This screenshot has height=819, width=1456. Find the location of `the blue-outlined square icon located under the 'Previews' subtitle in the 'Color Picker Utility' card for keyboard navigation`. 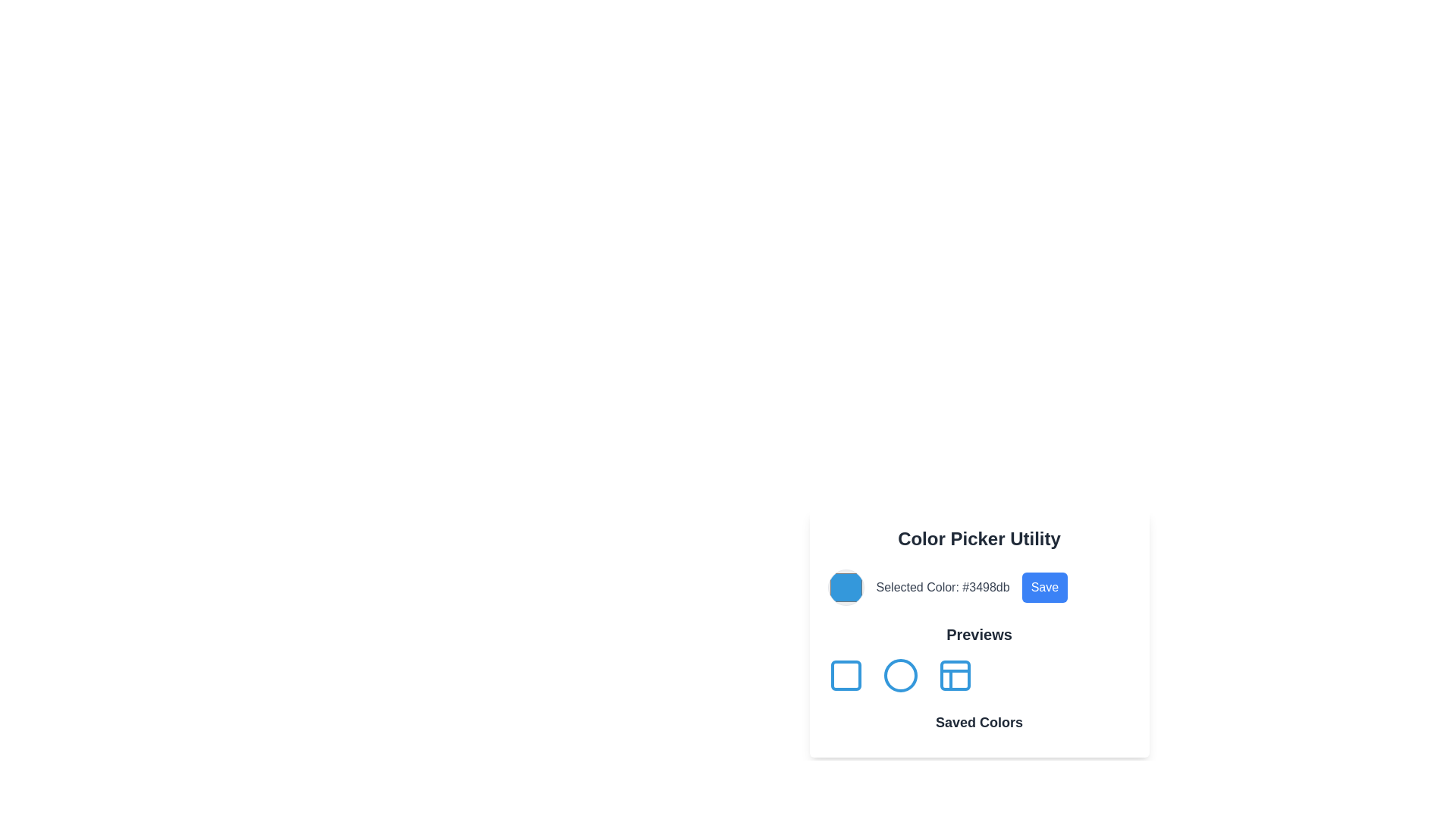

the blue-outlined square icon located under the 'Previews' subtitle in the 'Color Picker Utility' card for keyboard navigation is located at coordinates (845, 675).